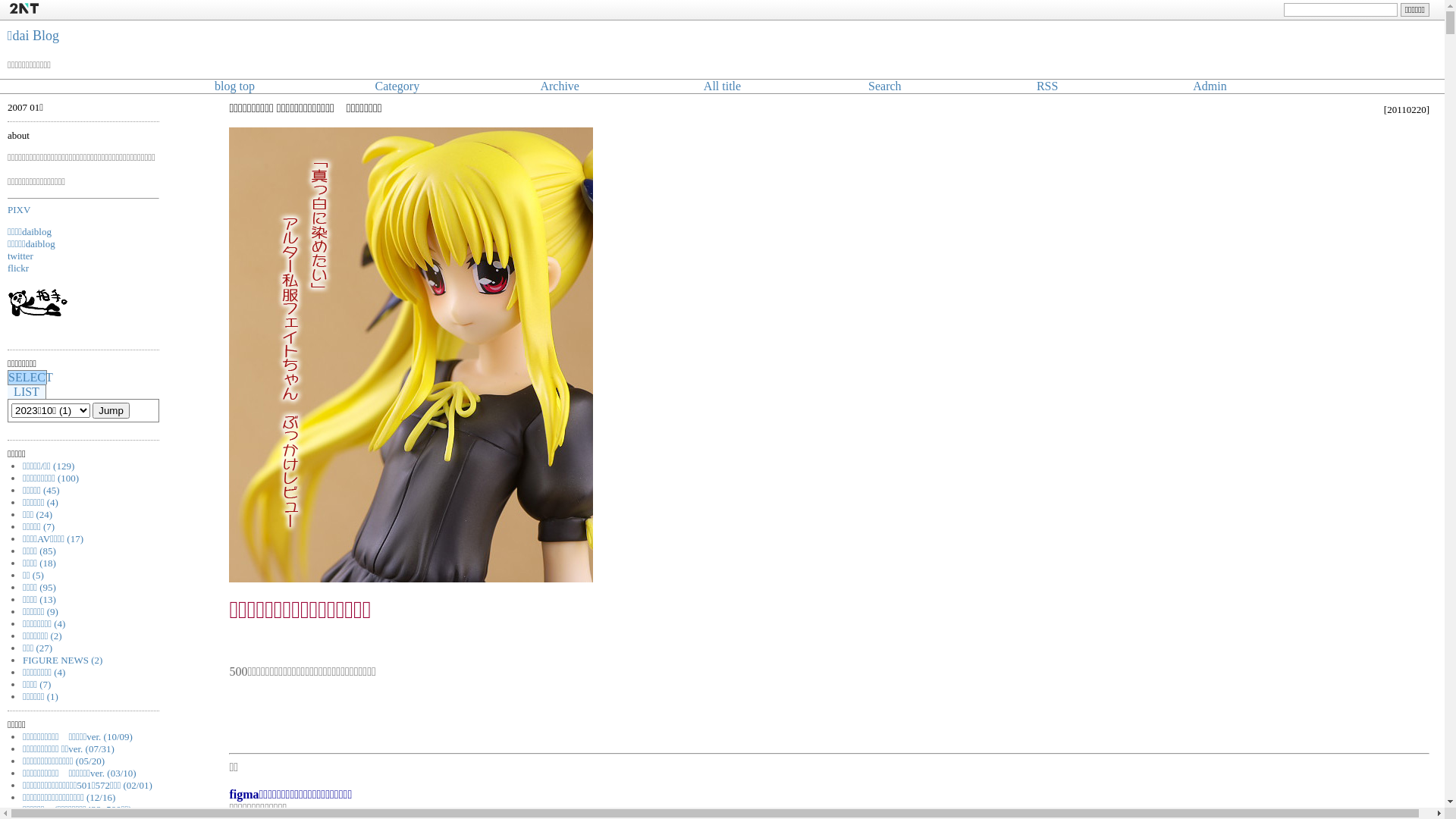  Describe the element at coordinates (20, 255) in the screenshot. I see `'twitter'` at that location.